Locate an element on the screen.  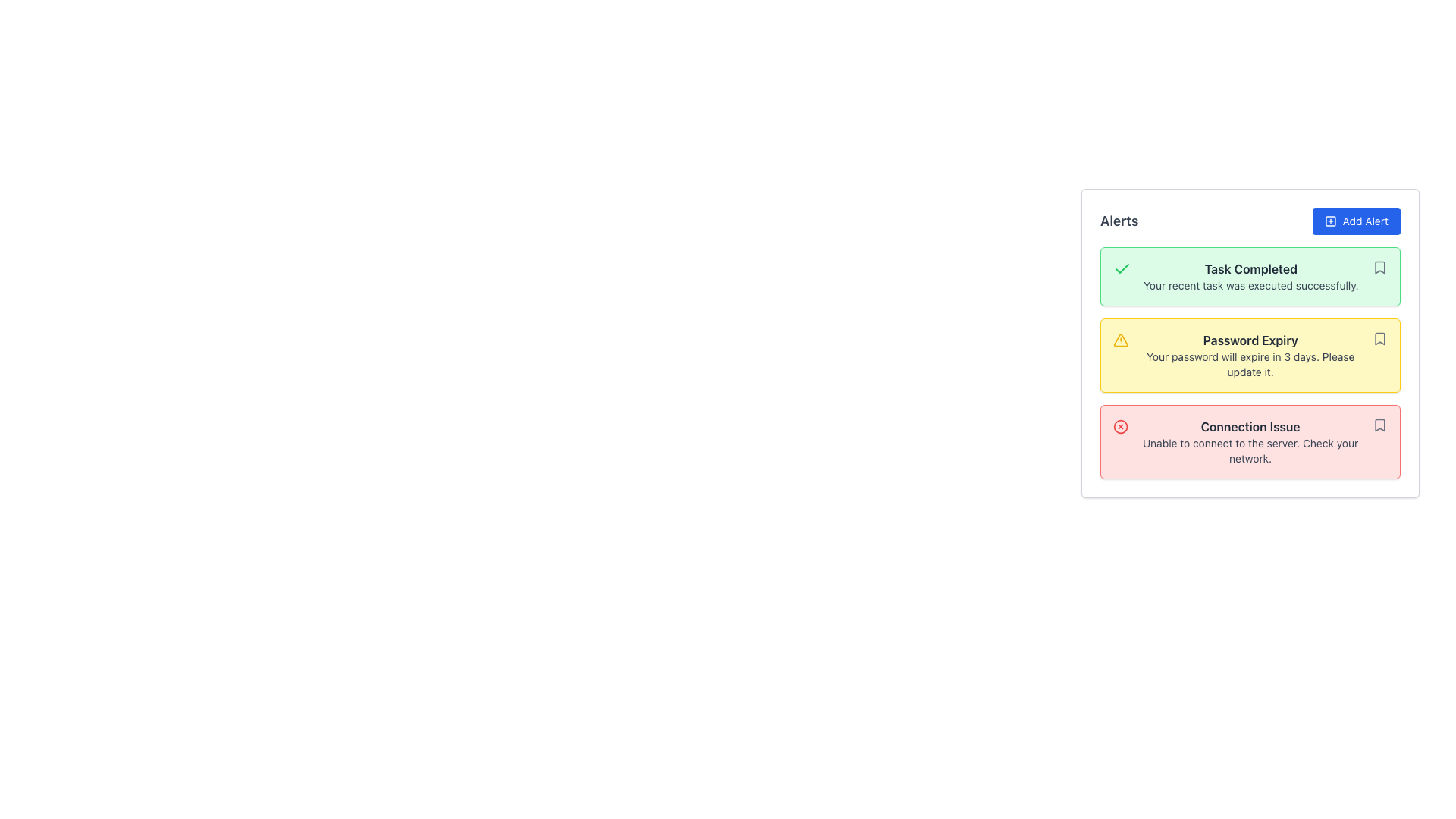
the icon representing the action of adding an alert, located in the top-right corner of the Alerts section, to the left of the 'Add Alert' text label is located at coordinates (1329, 221).